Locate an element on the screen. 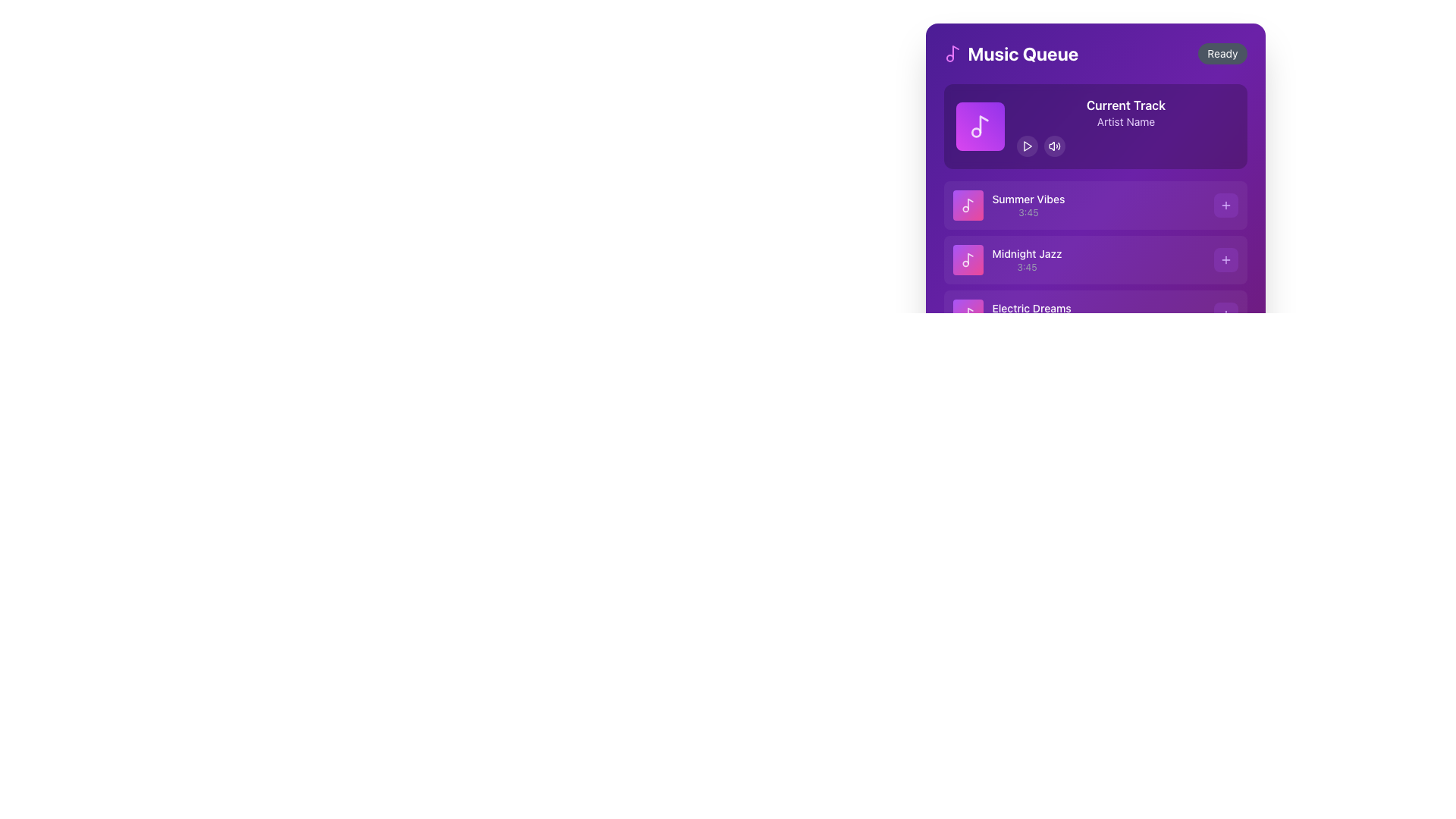  the interactive button located on the far right side of the card titled 'Electric Dreams' in the music queue interface for accessibility navigation is located at coordinates (1225, 314).